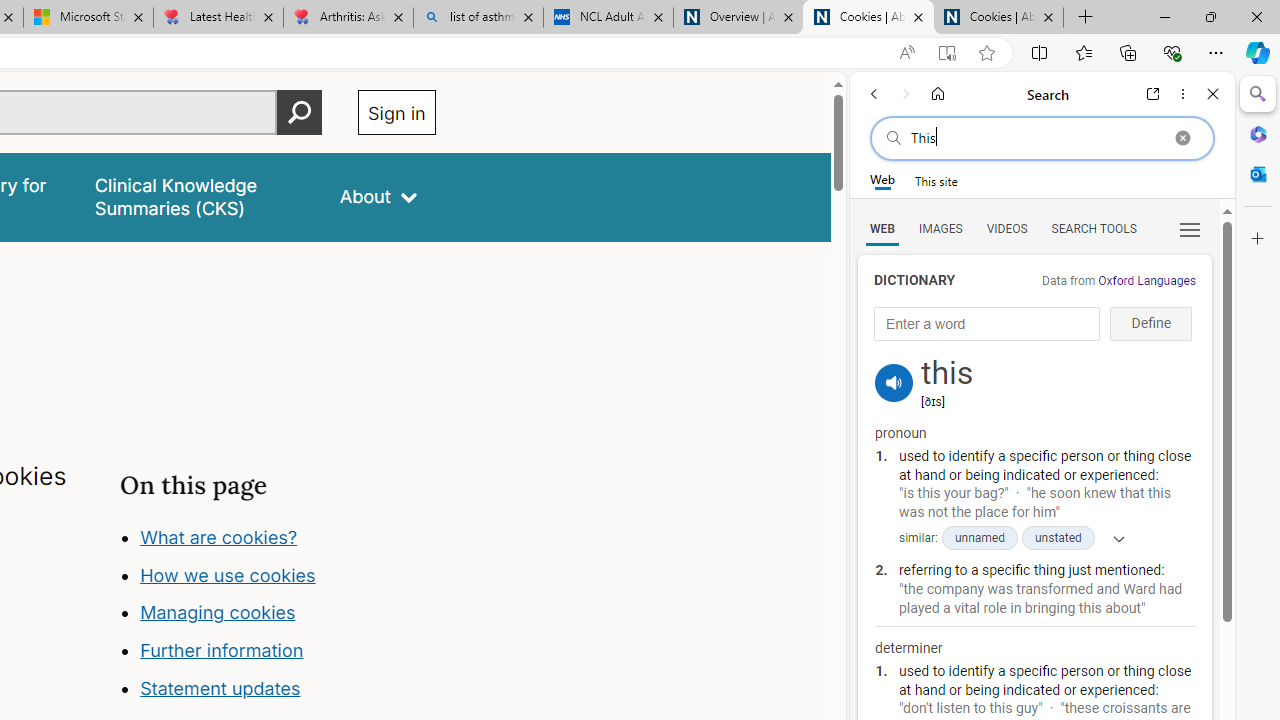 Image resolution: width=1280 pixels, height=720 pixels. Describe the element at coordinates (298, 112) in the screenshot. I see `'Perform search'` at that location.